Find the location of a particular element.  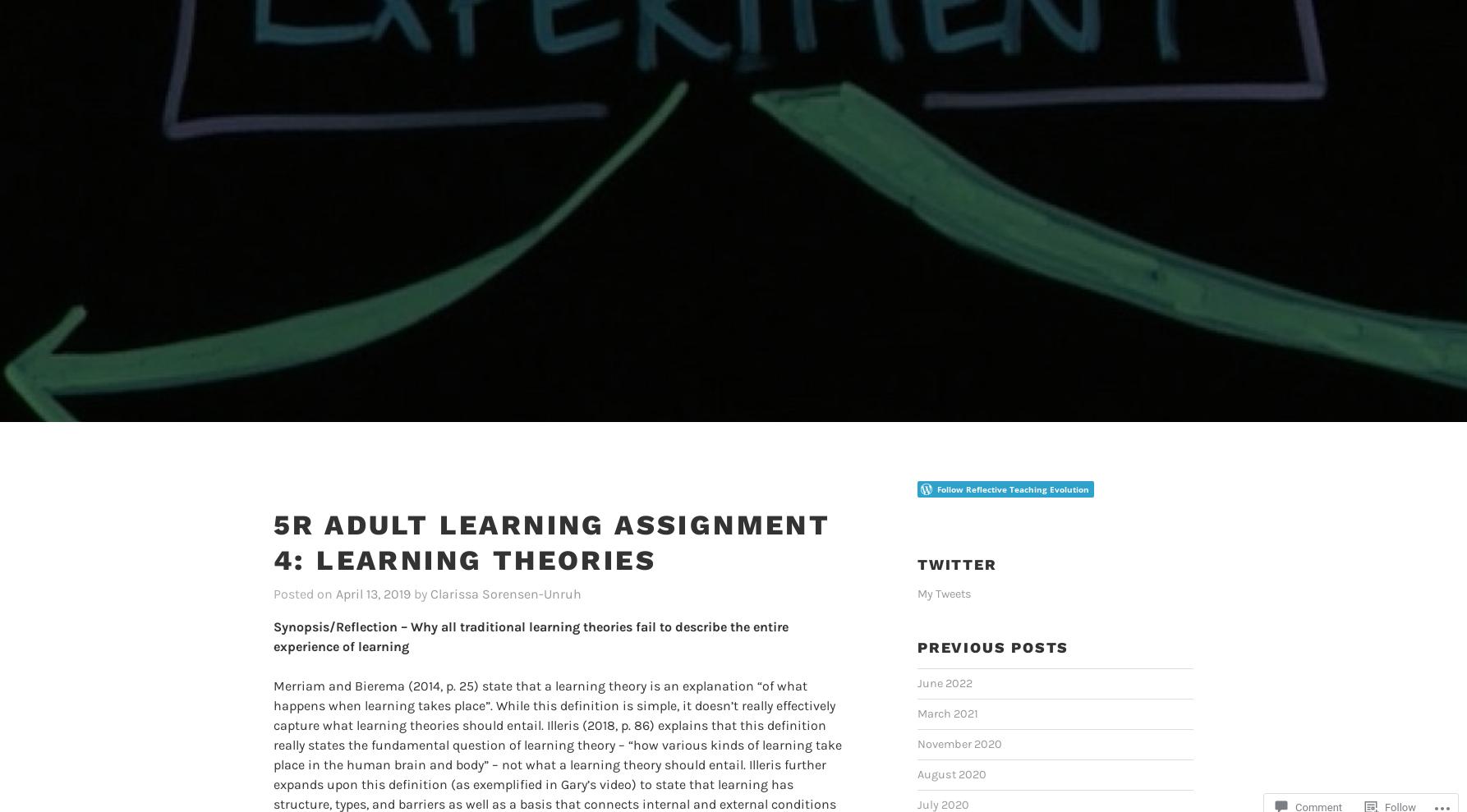

'November 2020' is located at coordinates (916, 718).